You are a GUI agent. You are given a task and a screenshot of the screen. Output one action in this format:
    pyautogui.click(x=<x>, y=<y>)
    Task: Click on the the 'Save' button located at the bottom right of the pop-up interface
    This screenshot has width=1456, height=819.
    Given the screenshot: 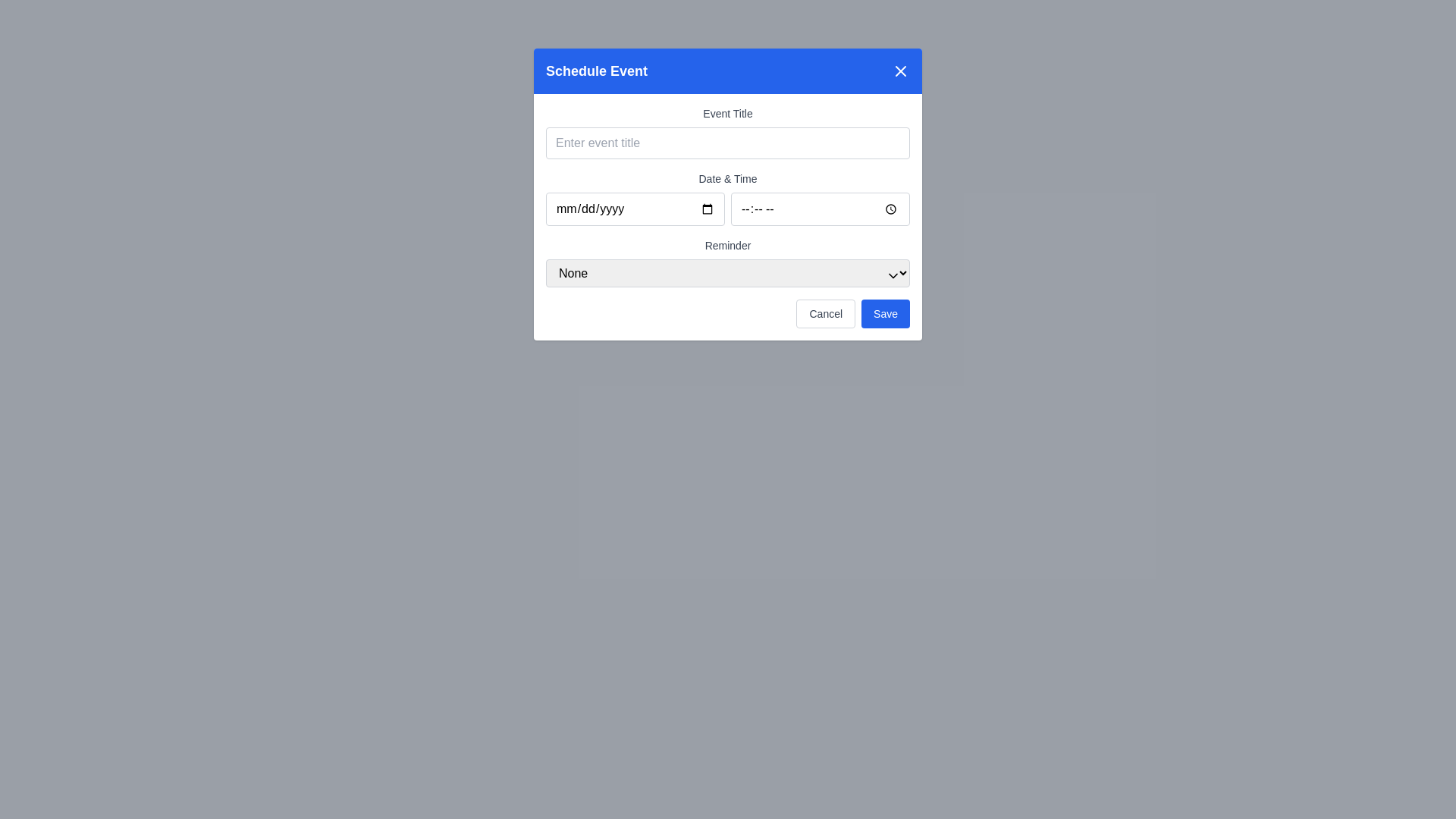 What is the action you would take?
    pyautogui.click(x=886, y=312)
    